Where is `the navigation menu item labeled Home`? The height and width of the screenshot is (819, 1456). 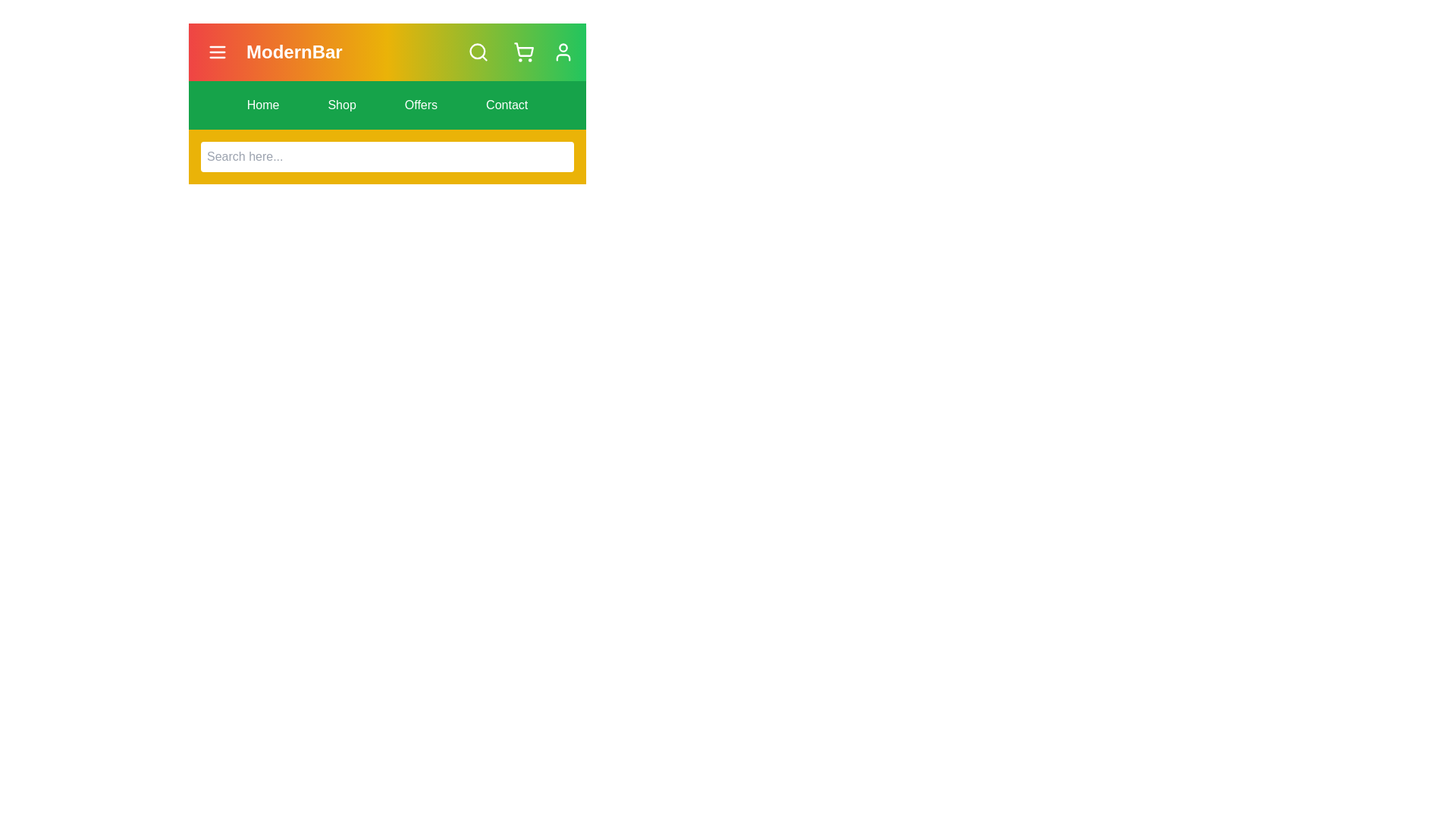
the navigation menu item labeled Home is located at coordinates (262, 104).